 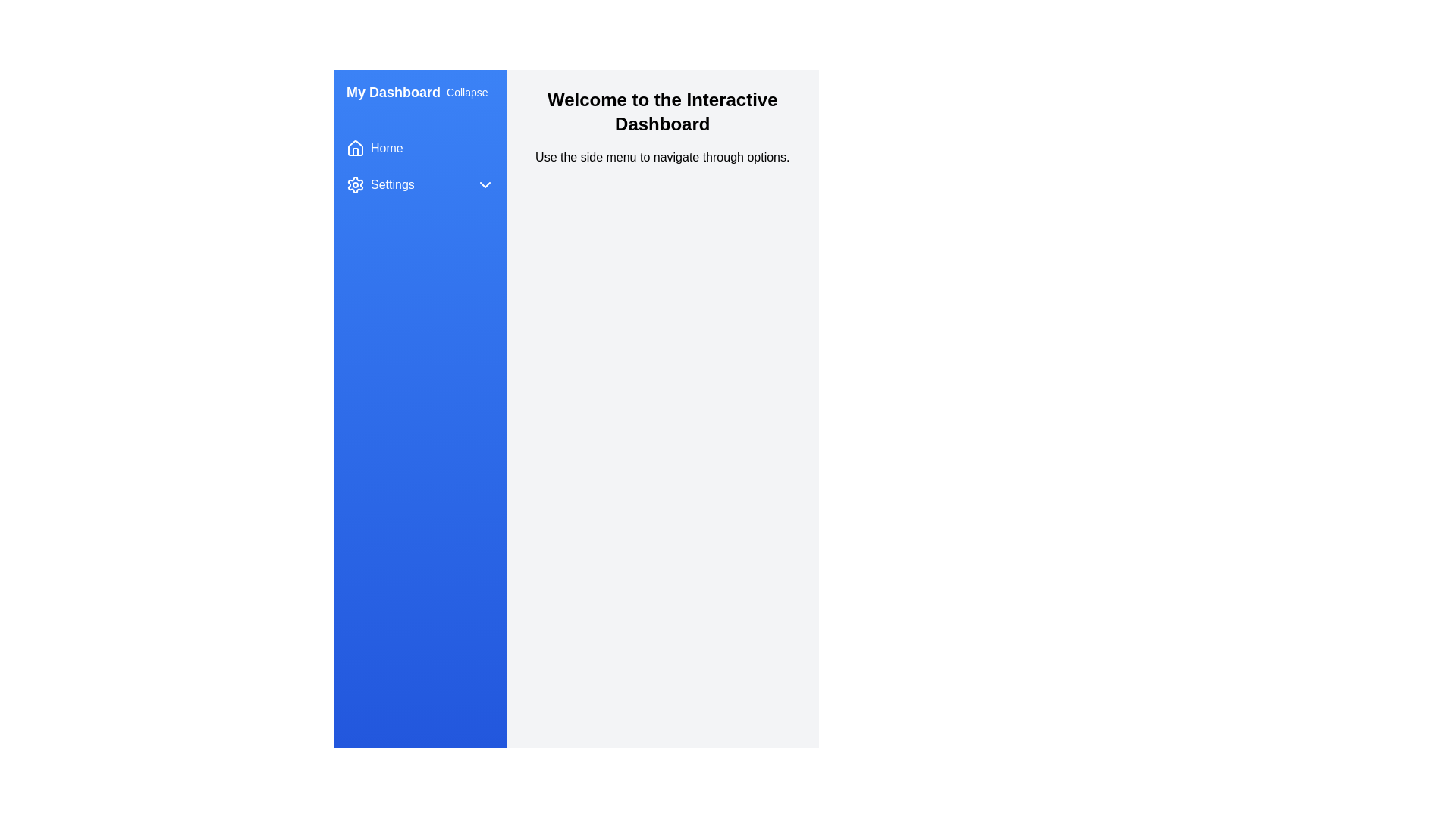 What do you see at coordinates (355, 152) in the screenshot?
I see `the small vertical rectangle resembling a part of a home icon, located at the top left of the application adjacent to the 'Home' menu item` at bounding box center [355, 152].